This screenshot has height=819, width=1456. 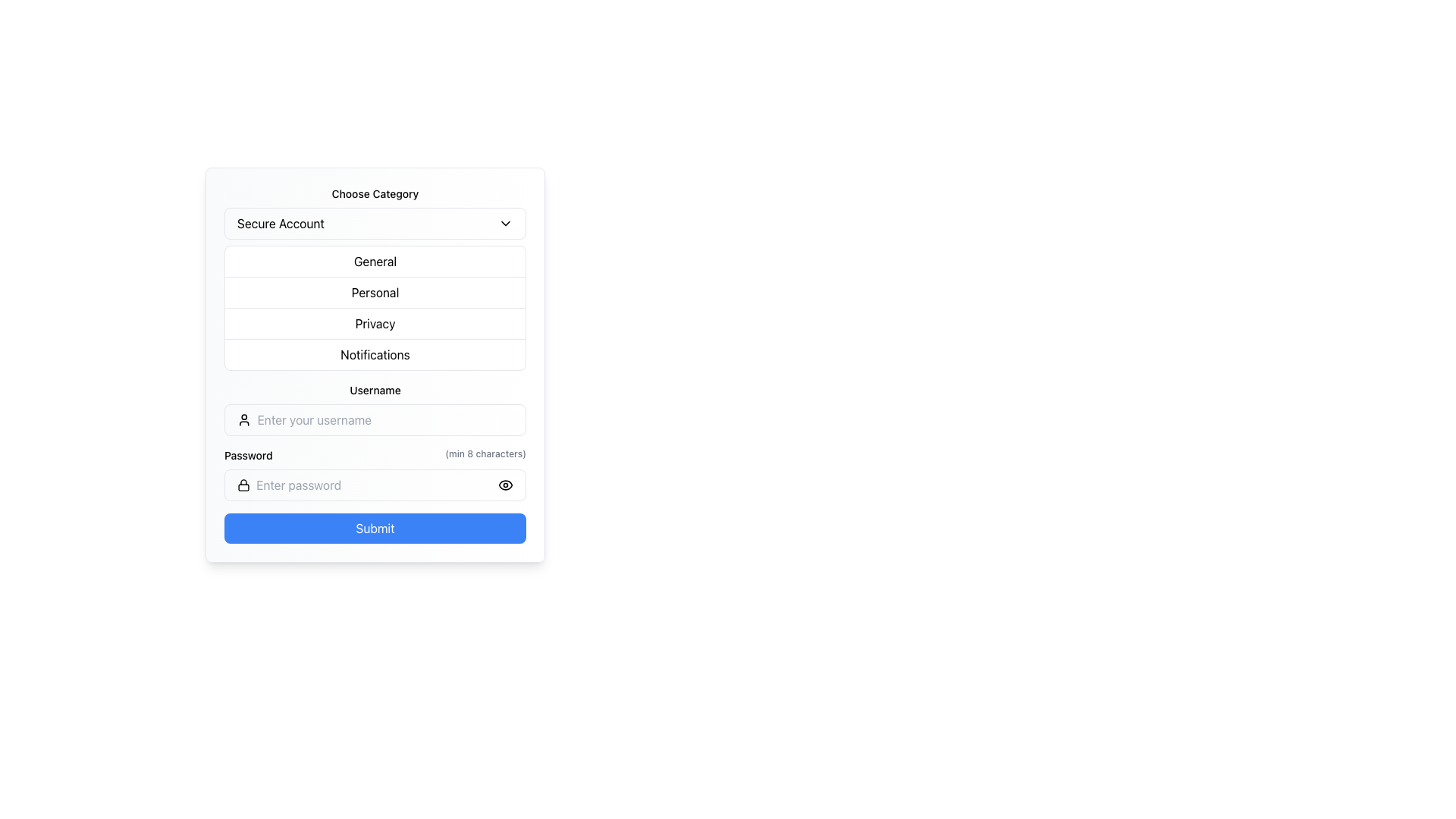 I want to click on the decorative and functional prefix icon located on the left side of the 'Username' input field, which visually indicates the input field relates to user identification, so click(x=244, y=420).